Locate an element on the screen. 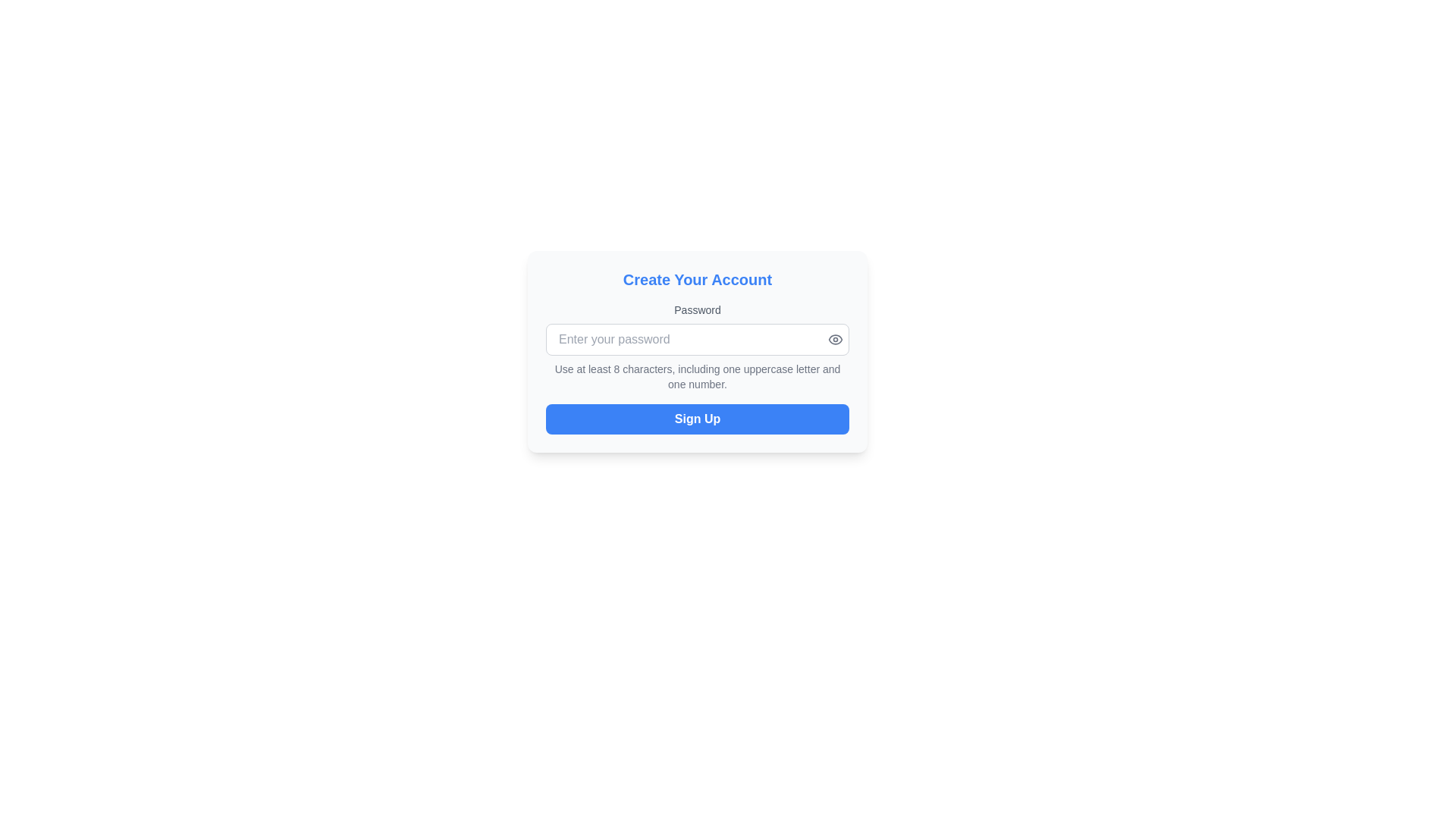  text from the text label that instructs users to 'Use at least 8 characters, including one uppercase letter and one number.' It is located below the password input field in the 'Create Your Account' panel is located at coordinates (697, 376).